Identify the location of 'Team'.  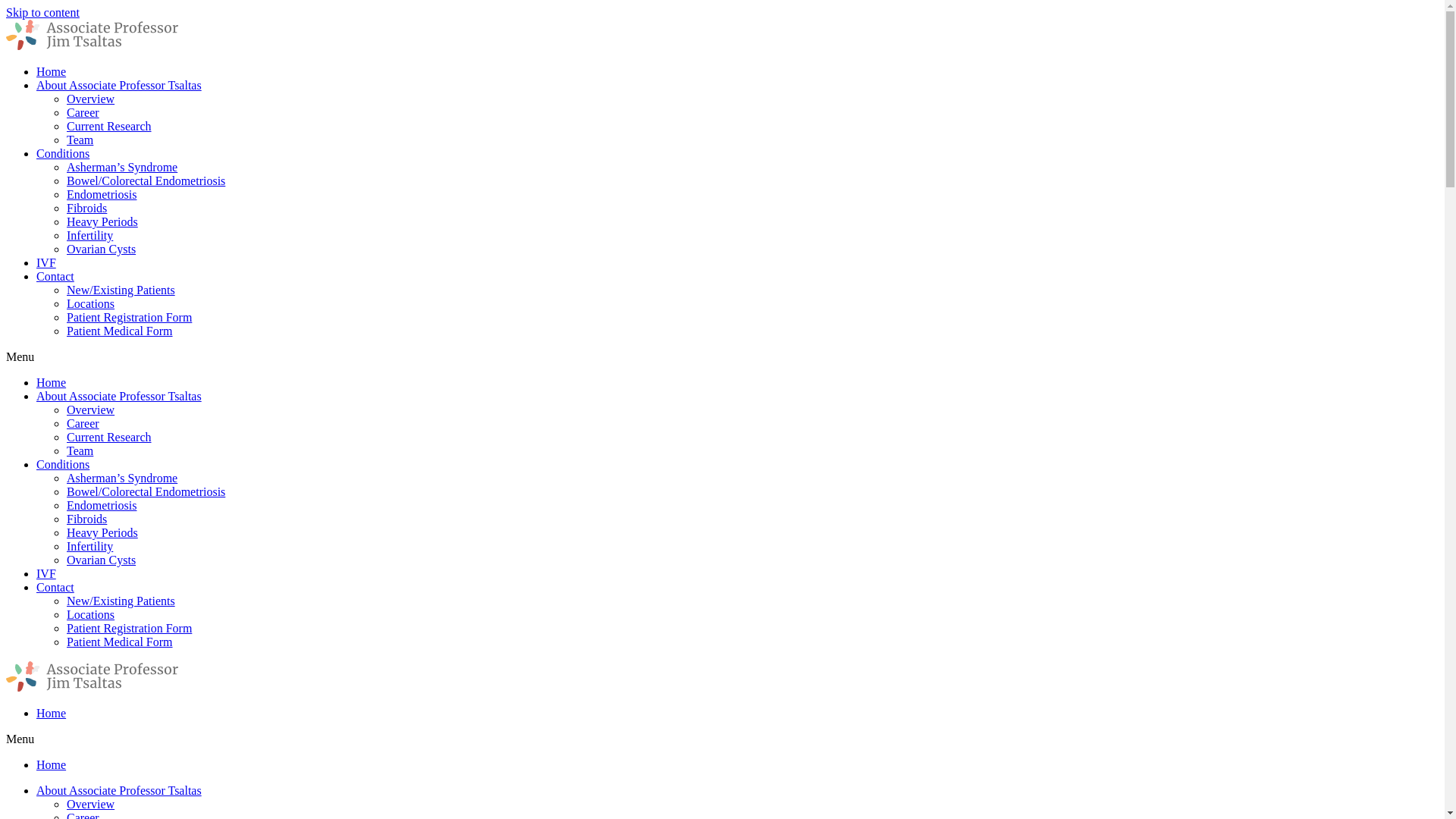
(79, 450).